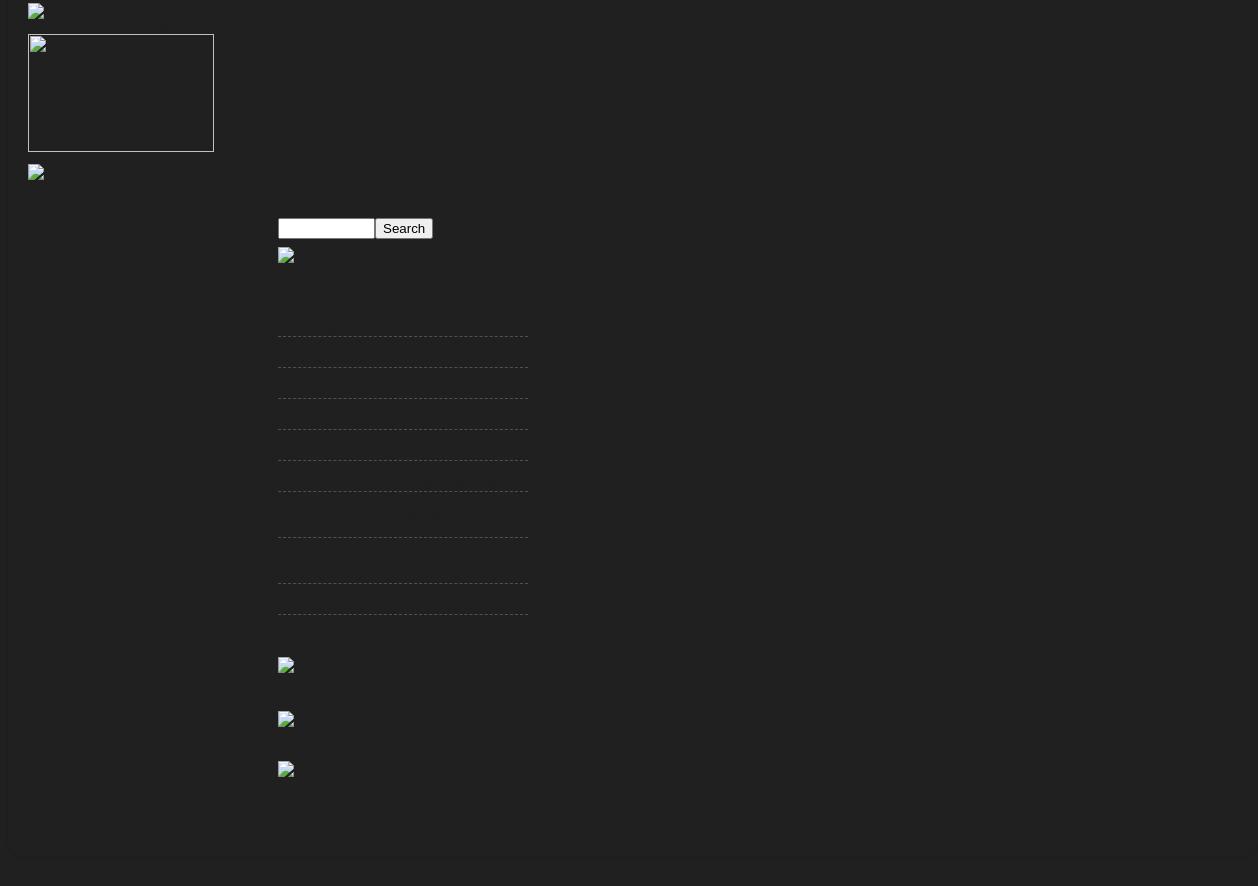 The image size is (1258, 886). Describe the element at coordinates (346, 418) in the screenshot. I see `'A Steve McNair Cover-Up?'` at that location.